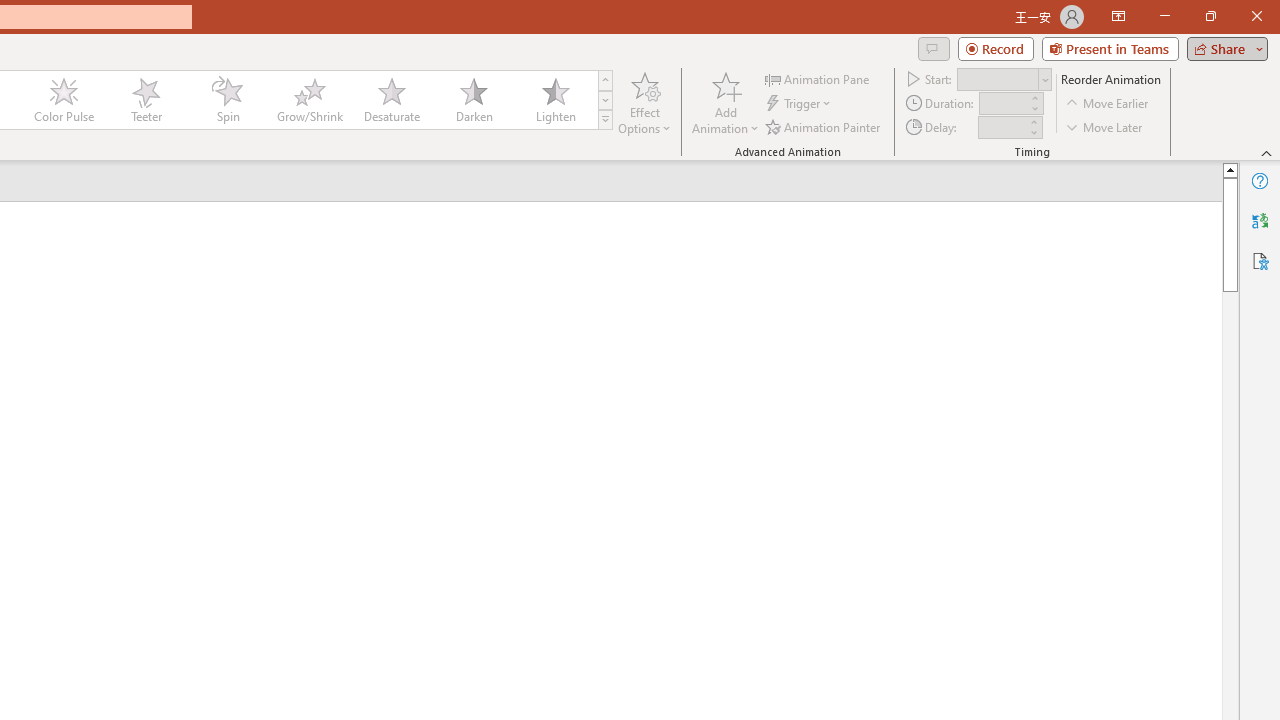 The width and height of the screenshot is (1280, 720). I want to click on 'Line up', so click(1229, 168).